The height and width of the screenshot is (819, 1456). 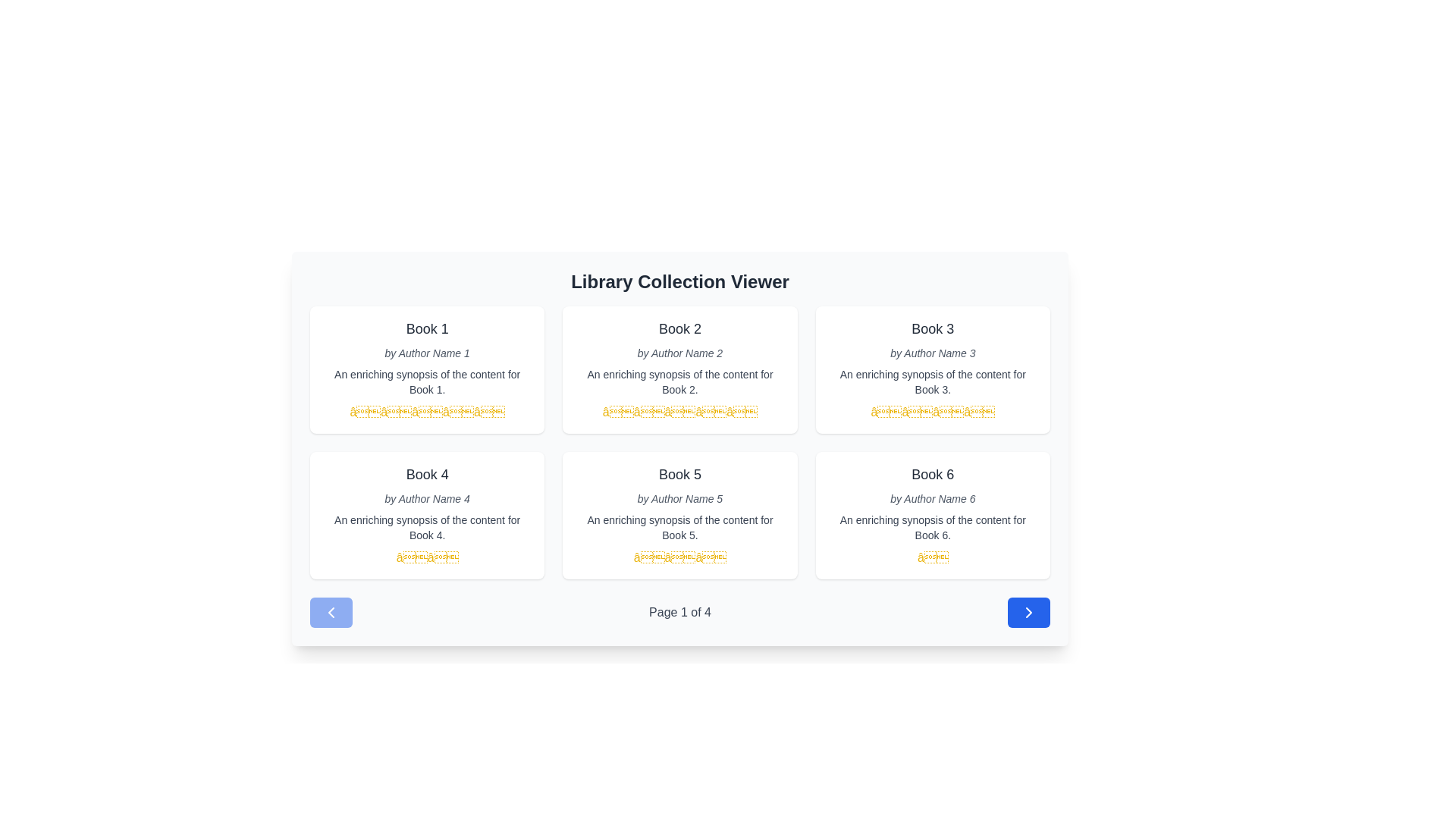 What do you see at coordinates (916, 412) in the screenshot?
I see `the active yellow star icon, which is the second in a series of four stars under the 'Book 3' card in the top-right corner of the grid layout` at bounding box center [916, 412].